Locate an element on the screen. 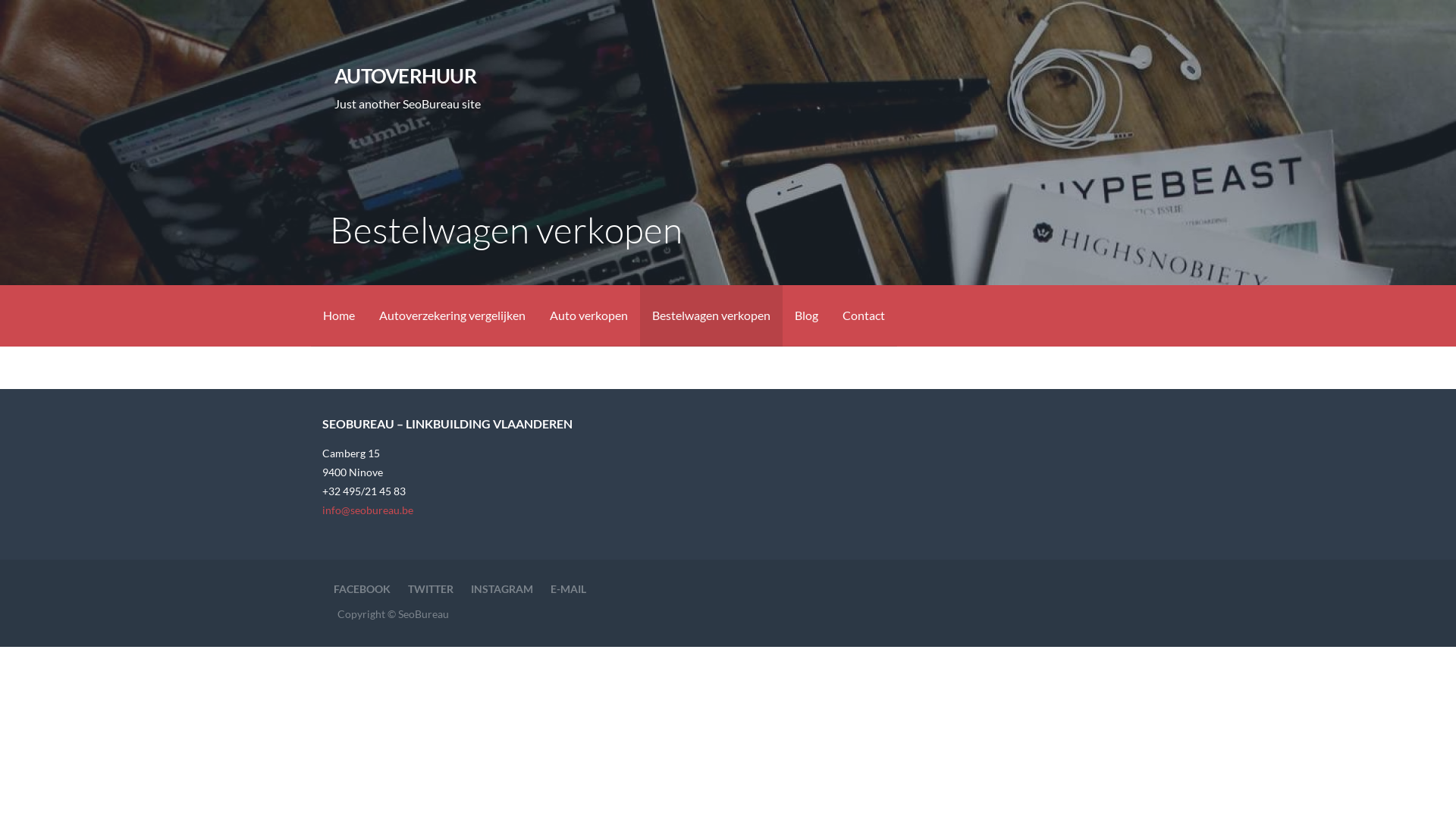 This screenshot has width=1456, height=819. 'TWITTER' is located at coordinates (429, 588).